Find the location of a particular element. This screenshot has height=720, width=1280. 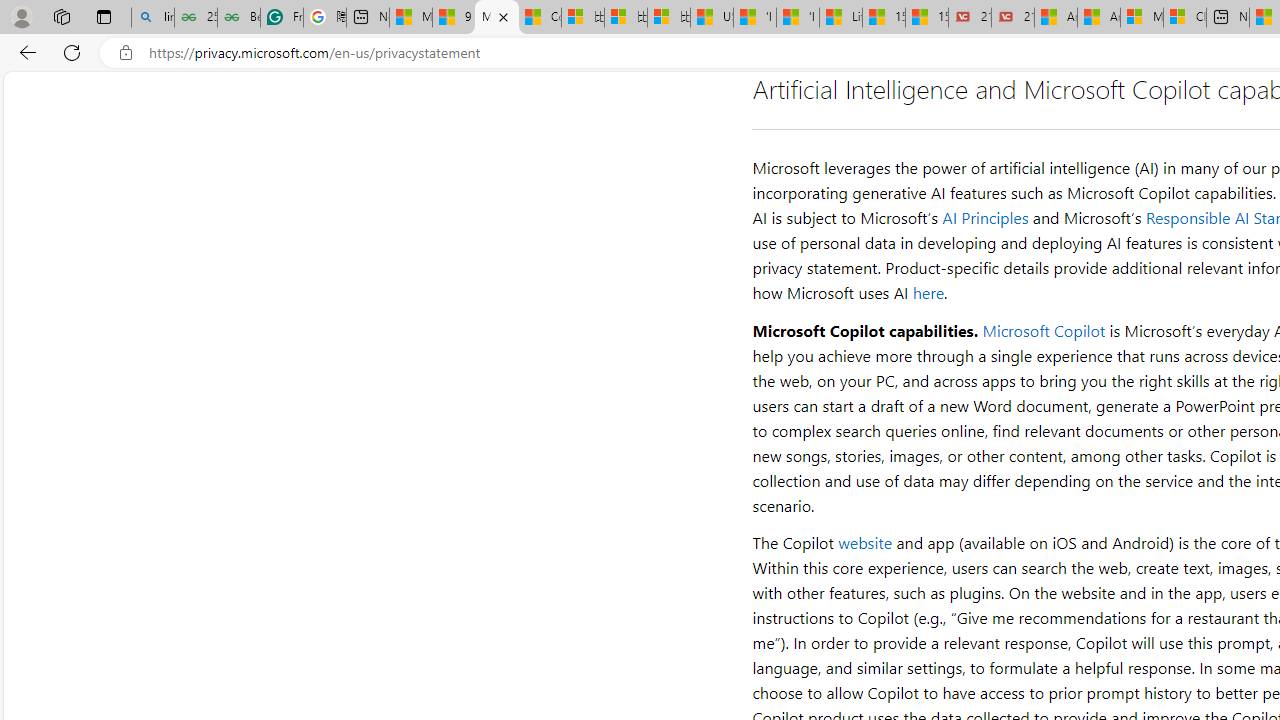

'here' is located at coordinates (927, 293).